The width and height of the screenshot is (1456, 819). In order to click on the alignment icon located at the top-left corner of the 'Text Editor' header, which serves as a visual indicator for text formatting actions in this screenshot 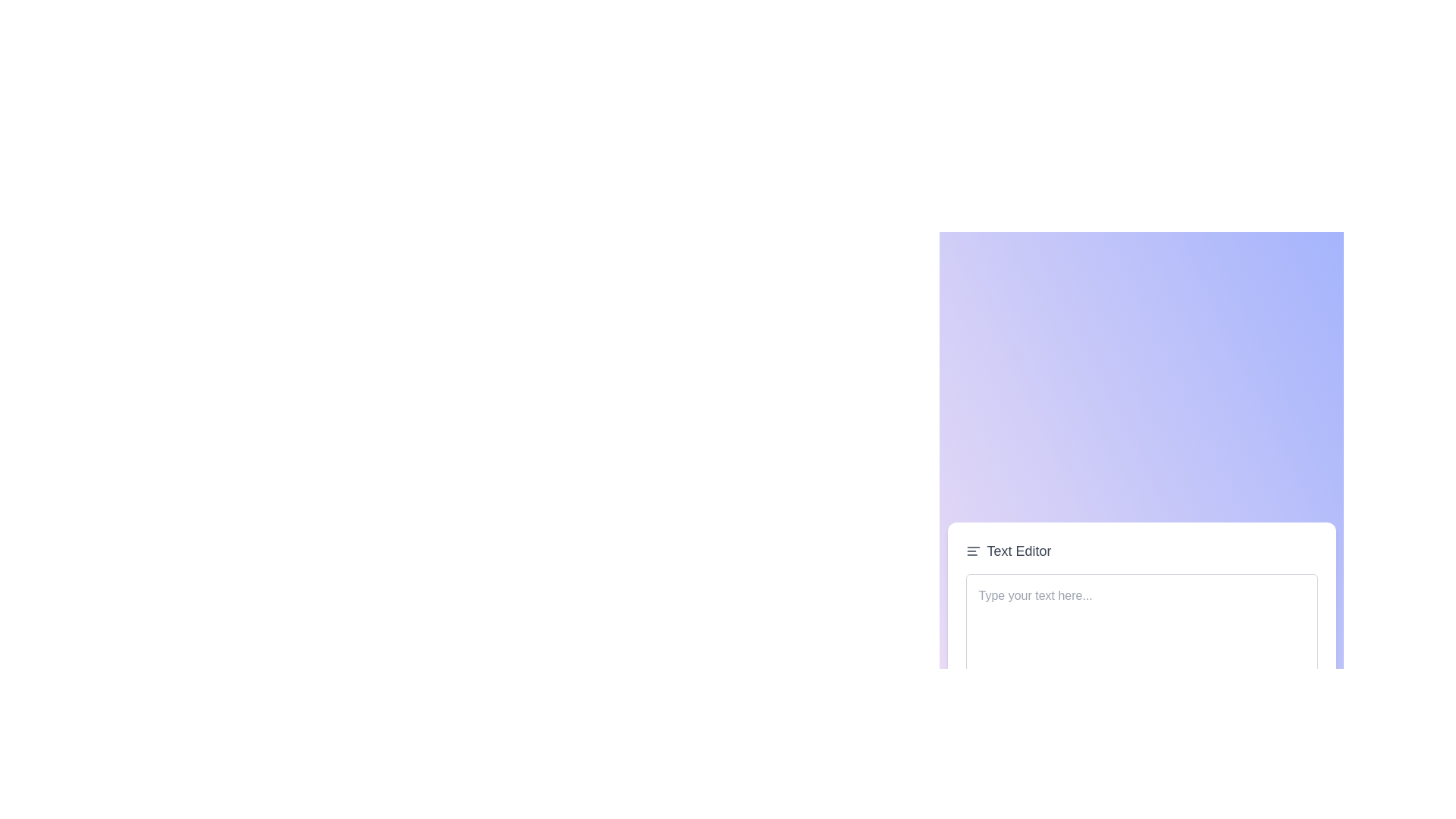, I will do `click(973, 551)`.